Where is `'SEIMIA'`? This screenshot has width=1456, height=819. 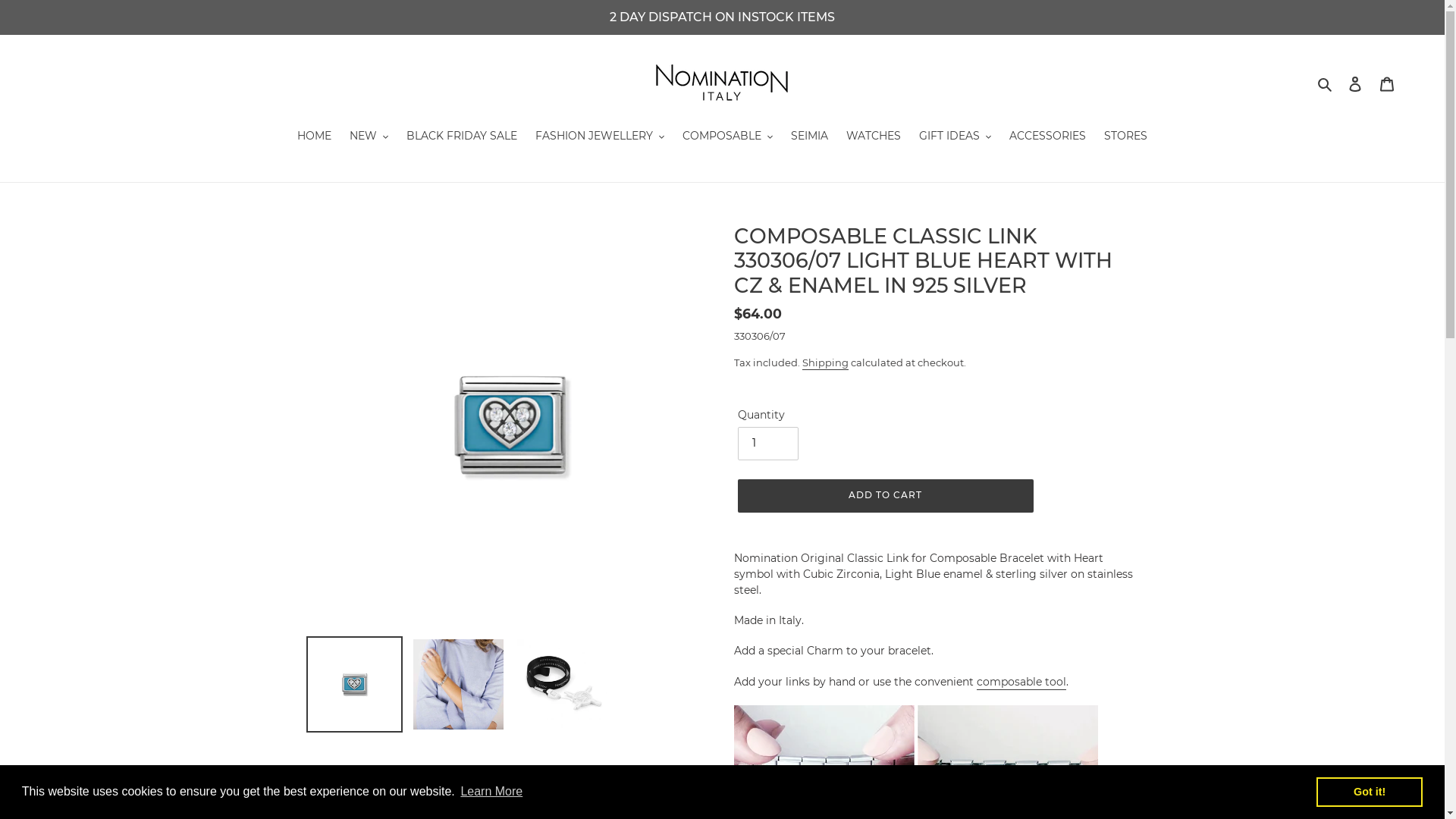
'SEIMIA' is located at coordinates (808, 137).